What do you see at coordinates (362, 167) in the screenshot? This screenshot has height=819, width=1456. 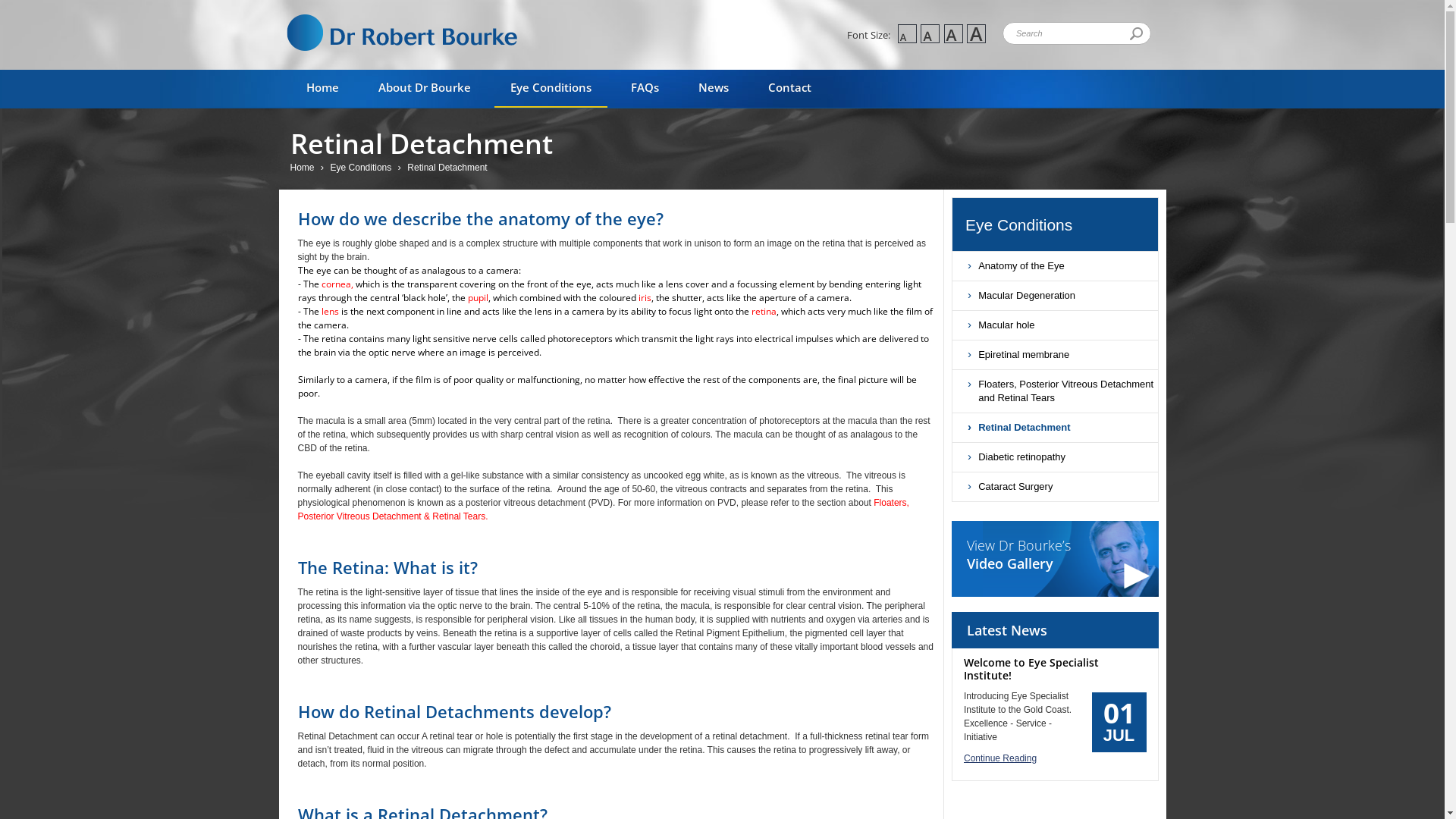 I see `'Eye Conditions'` at bounding box center [362, 167].